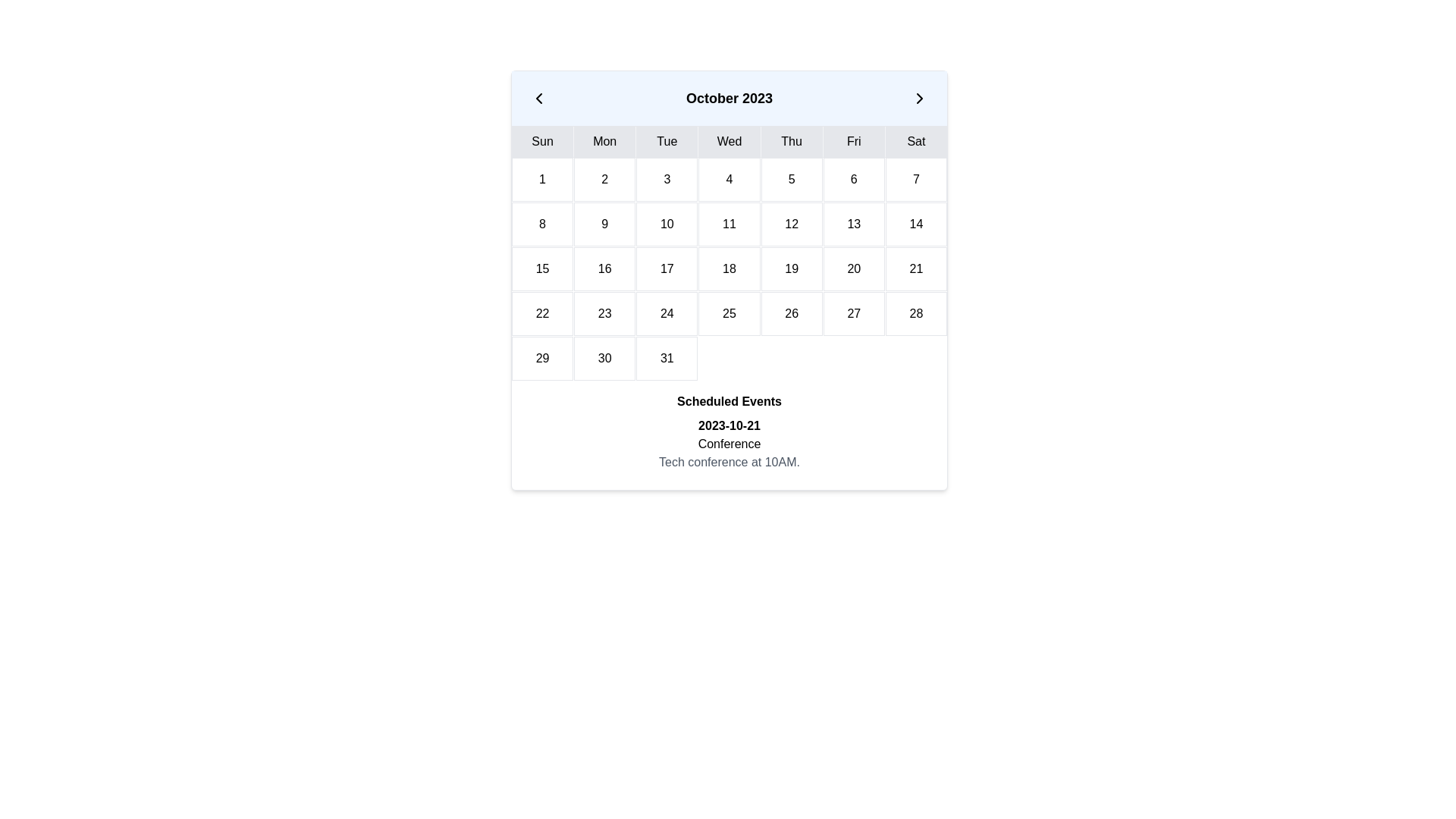 This screenshot has width=1456, height=819. I want to click on the label displaying the number '28', which is a white square with bold black text, located in the fourth row and seventh column of the calendar layout, so click(915, 312).